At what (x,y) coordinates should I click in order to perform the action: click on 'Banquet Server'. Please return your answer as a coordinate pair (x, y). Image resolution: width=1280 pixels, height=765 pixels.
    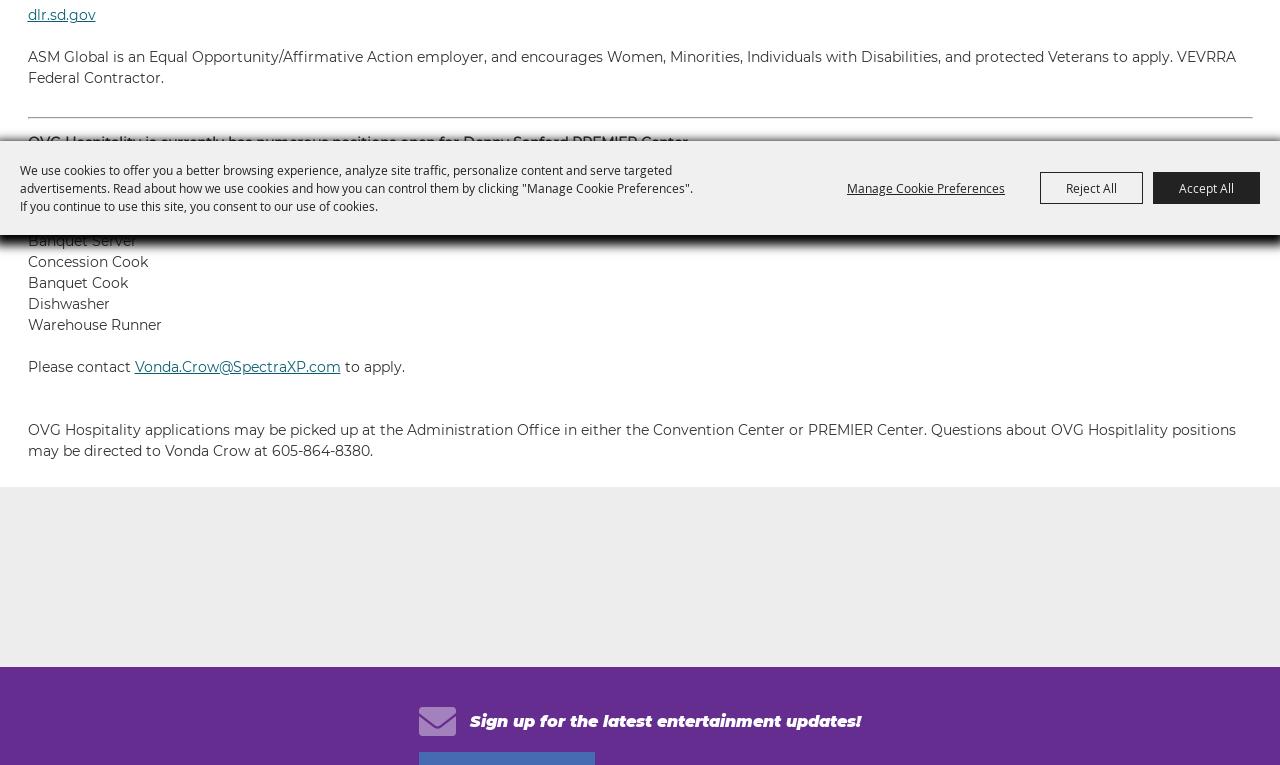
    Looking at the image, I should click on (27, 240).